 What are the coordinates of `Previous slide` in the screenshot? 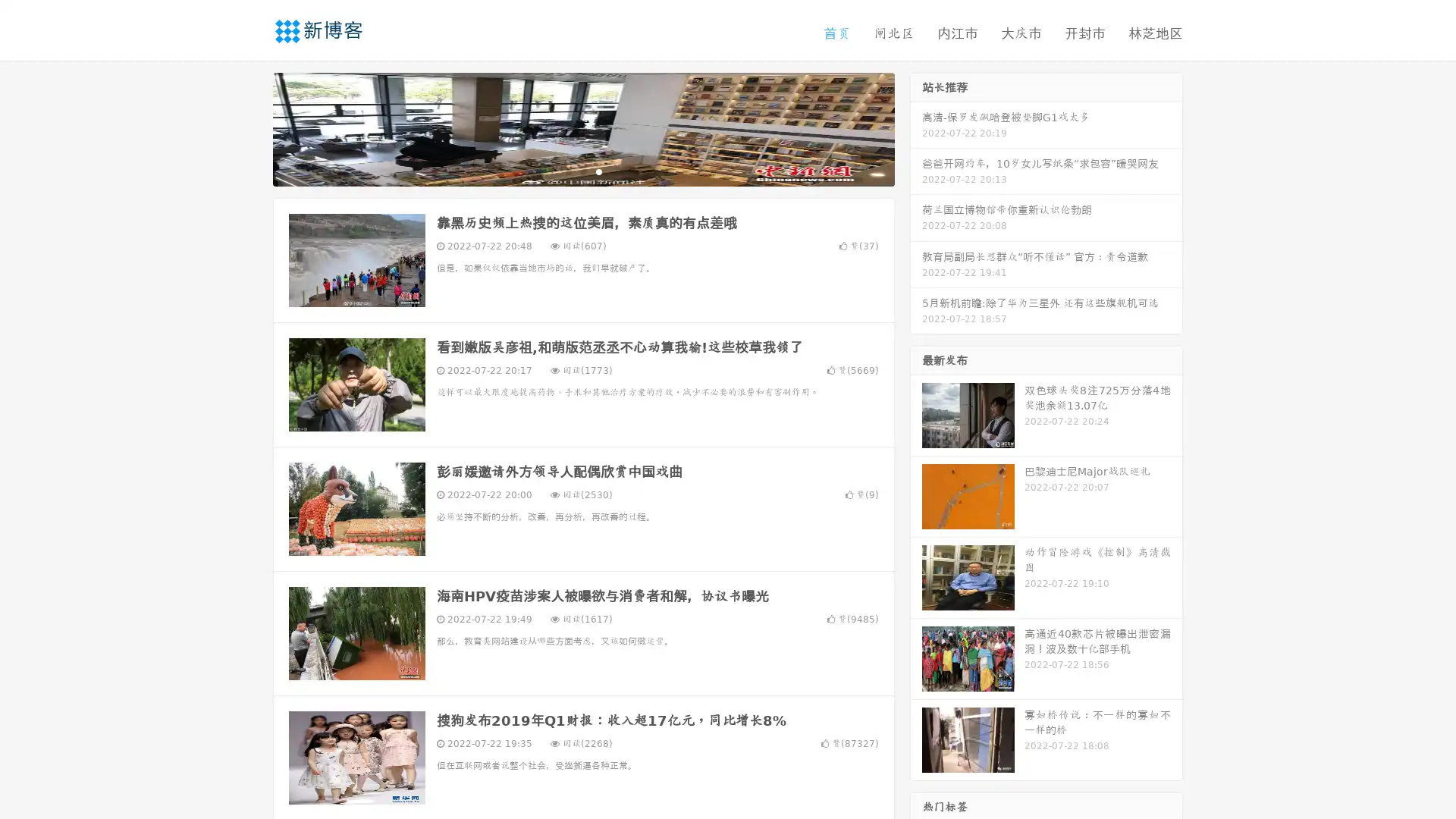 It's located at (250, 127).